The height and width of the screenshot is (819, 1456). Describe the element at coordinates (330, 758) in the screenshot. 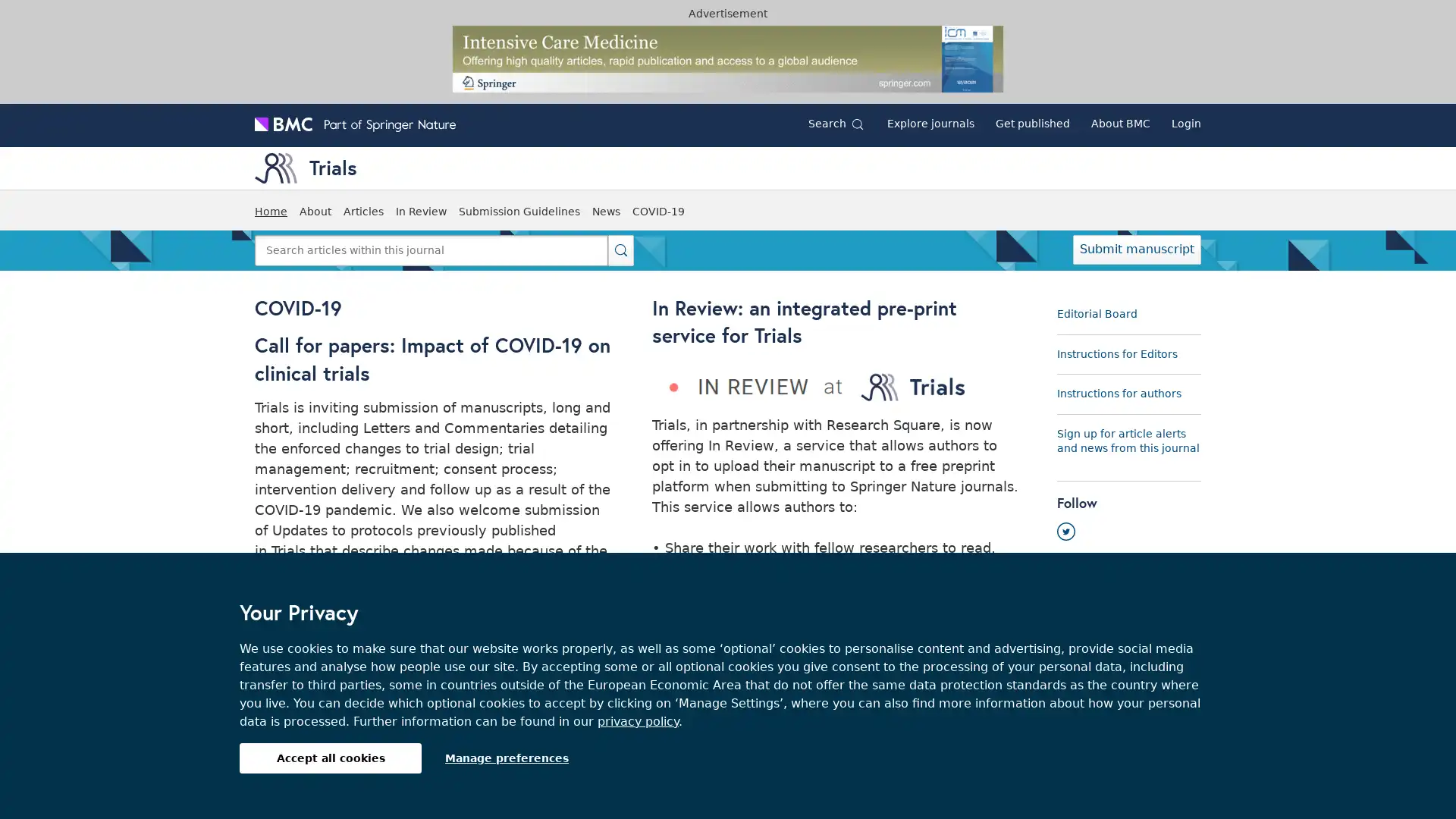

I see `Accept all cookies` at that location.